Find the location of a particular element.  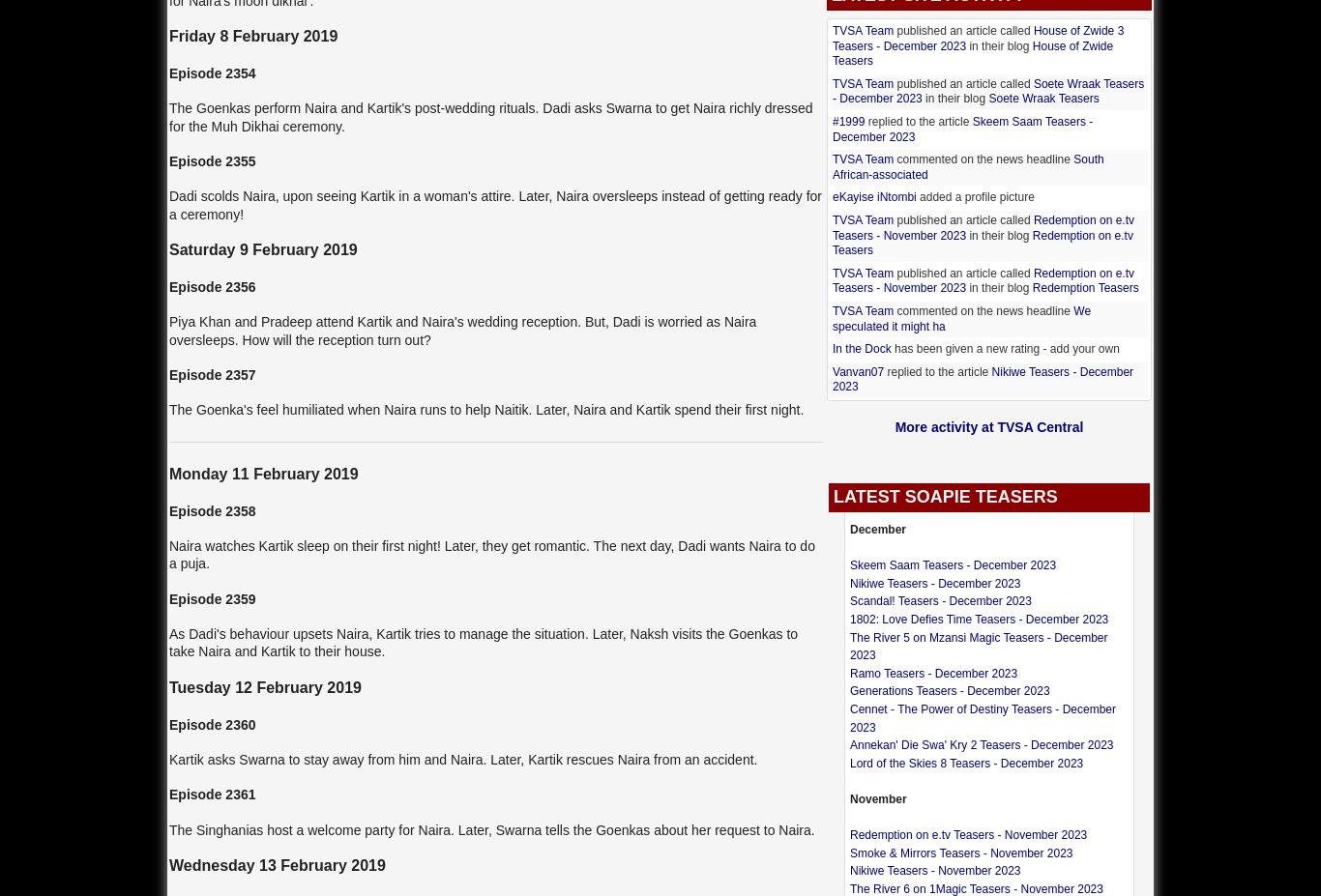

'Vanvan07' is located at coordinates (857, 369).